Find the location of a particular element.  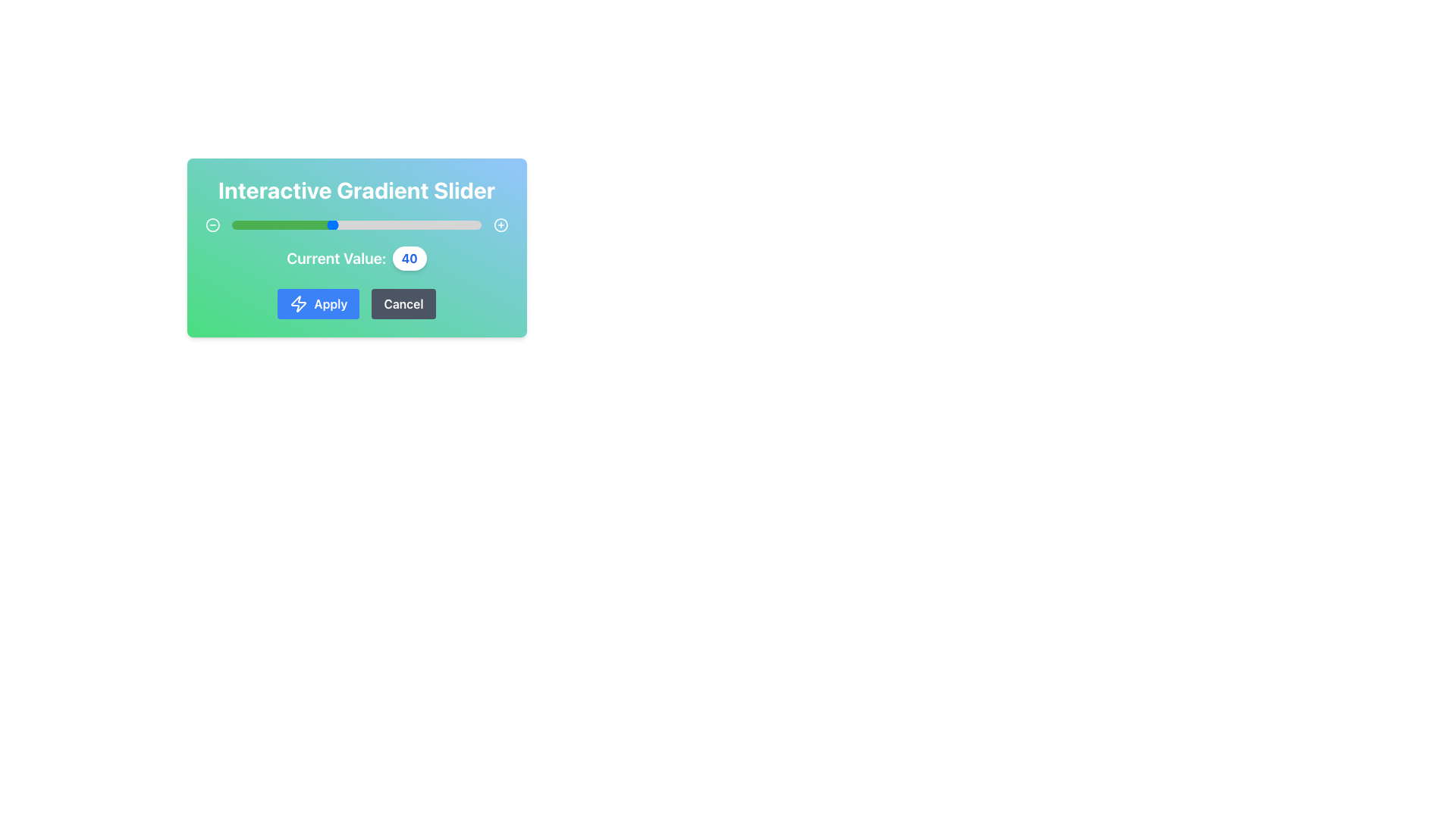

the slider's value is located at coordinates (241, 225).